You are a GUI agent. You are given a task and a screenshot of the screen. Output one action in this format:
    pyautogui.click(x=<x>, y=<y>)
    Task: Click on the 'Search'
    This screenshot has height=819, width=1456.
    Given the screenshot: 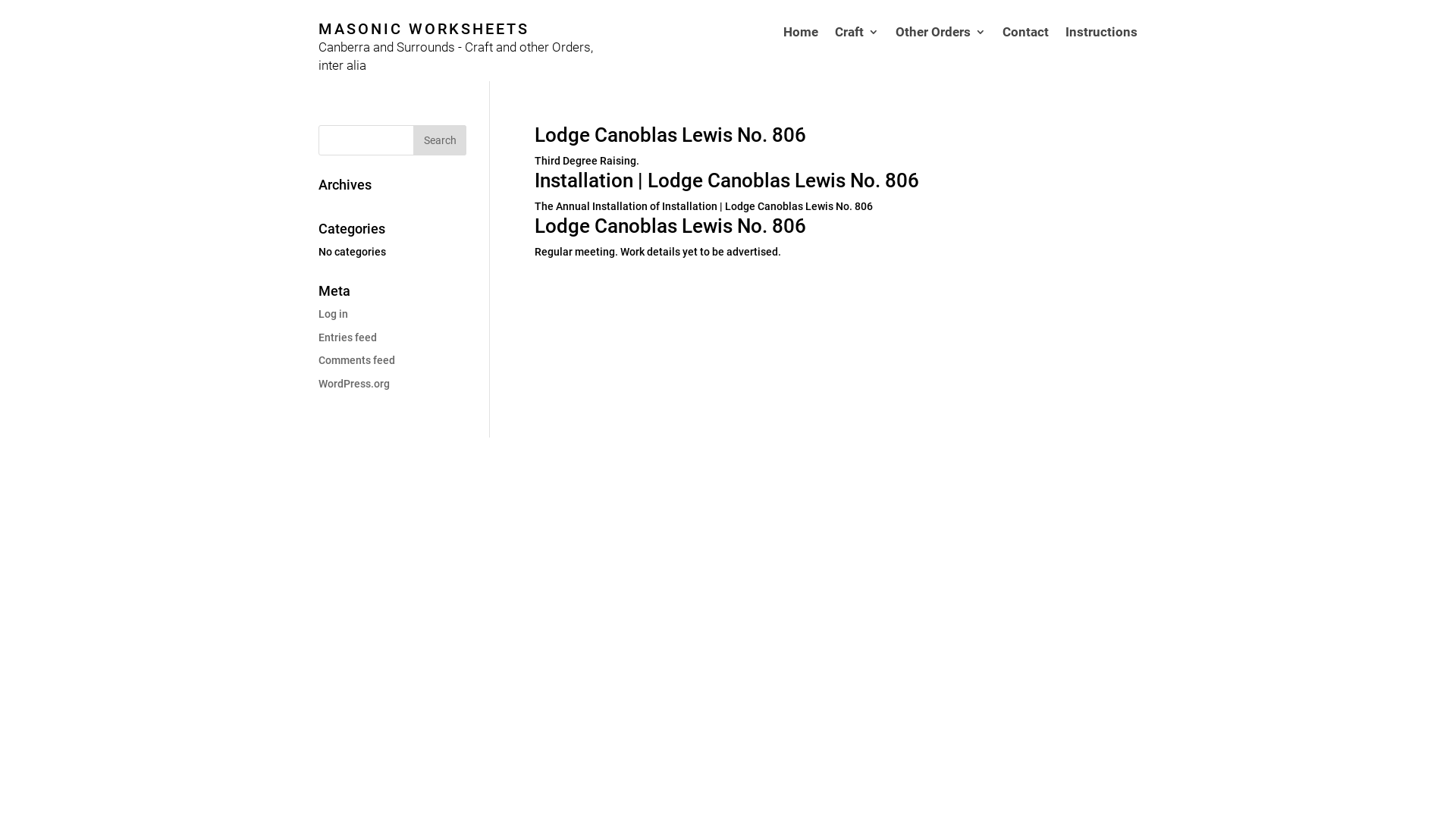 What is the action you would take?
    pyautogui.click(x=439, y=140)
    